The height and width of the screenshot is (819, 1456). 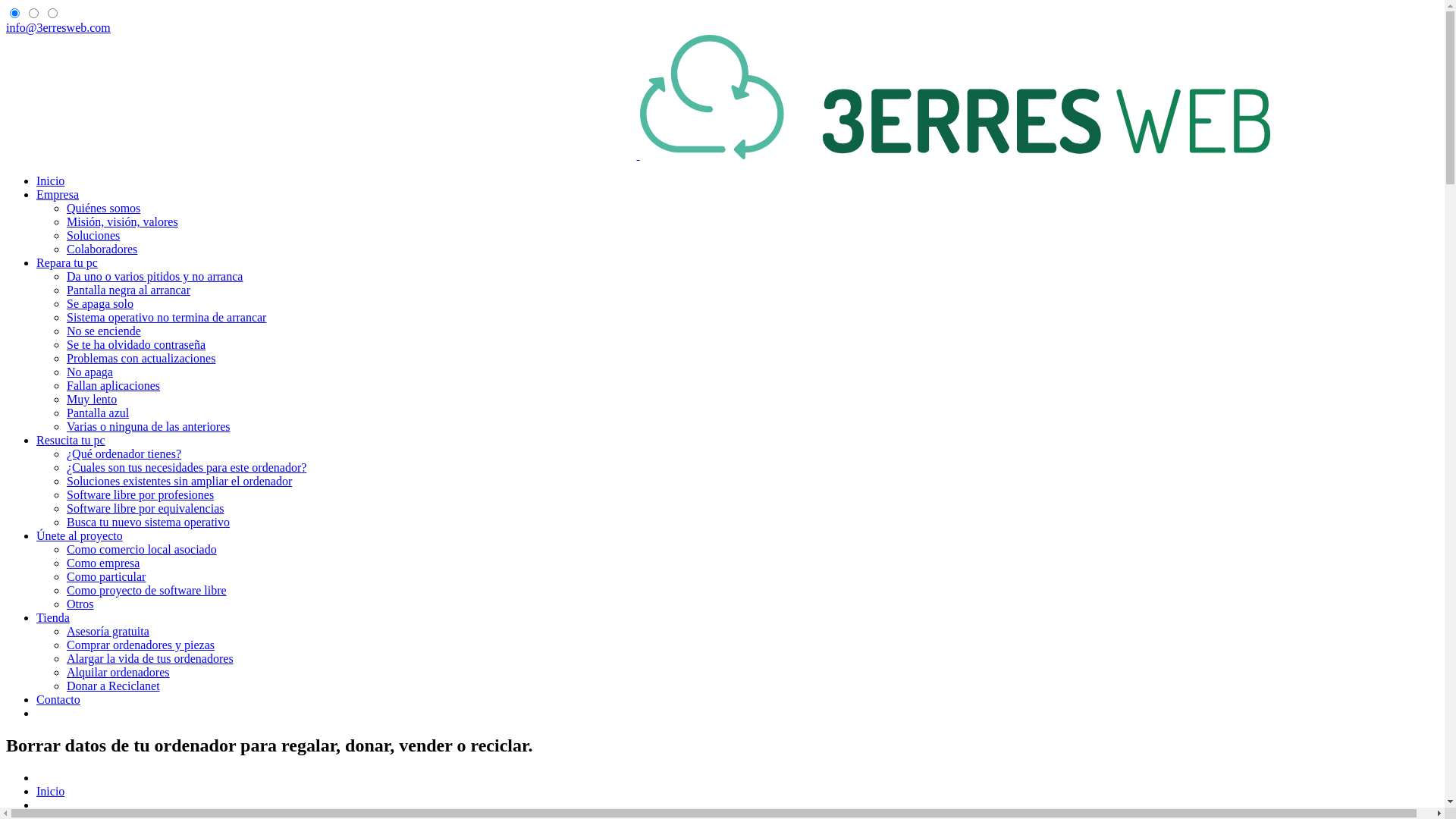 What do you see at coordinates (65, 671) in the screenshot?
I see `'Alquilar ordenadores'` at bounding box center [65, 671].